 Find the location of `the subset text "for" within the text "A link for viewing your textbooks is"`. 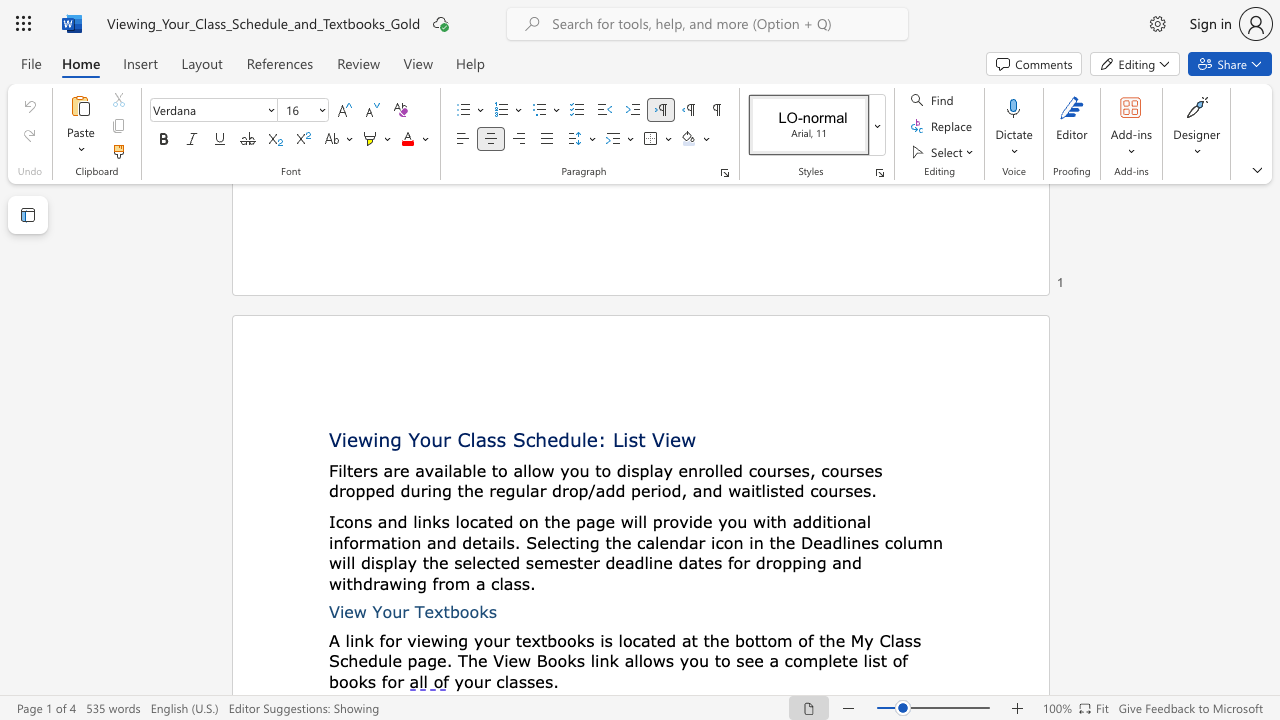

the subset text "for" within the text "A link for viewing your textbooks is" is located at coordinates (379, 640).